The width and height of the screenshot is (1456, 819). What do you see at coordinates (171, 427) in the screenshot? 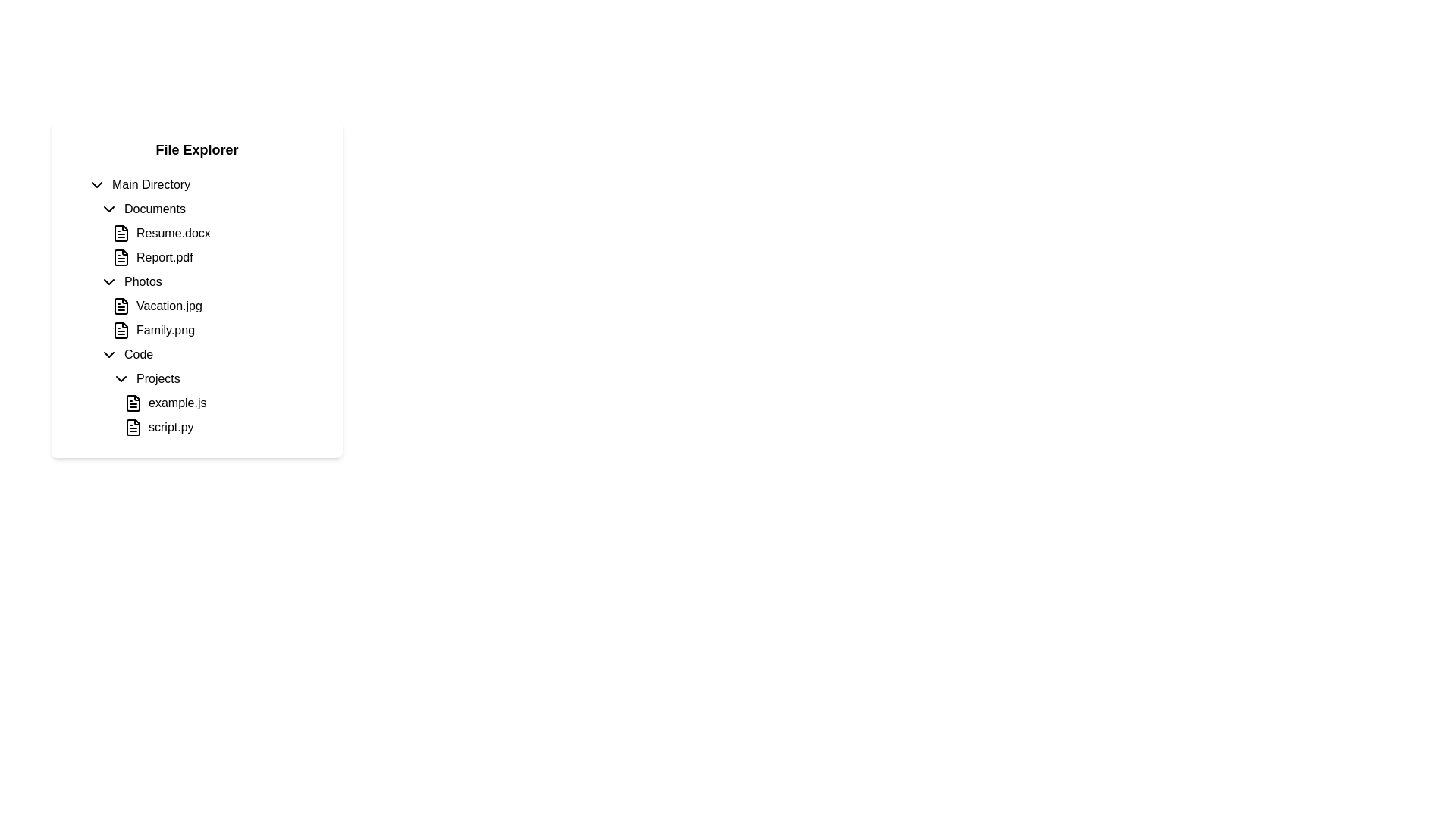
I see `the text label displaying 'script.py' located within the 'Code' directory under 'Projects'` at bounding box center [171, 427].